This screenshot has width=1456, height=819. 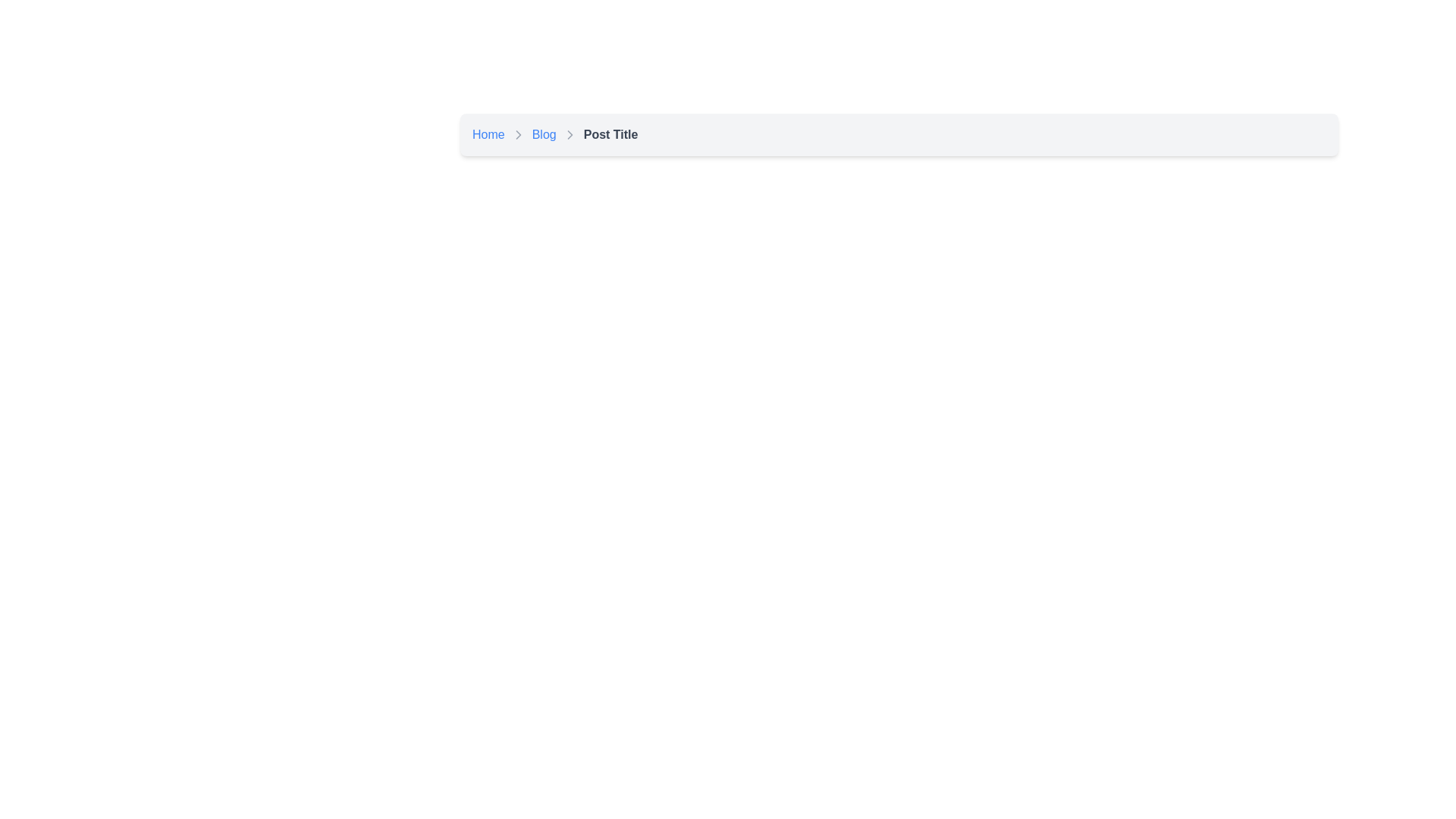 What do you see at coordinates (610, 133) in the screenshot?
I see `the Text Label that displays the current page or section title in the breadcrumb navigation system, located to the right of the 'Blog' item` at bounding box center [610, 133].